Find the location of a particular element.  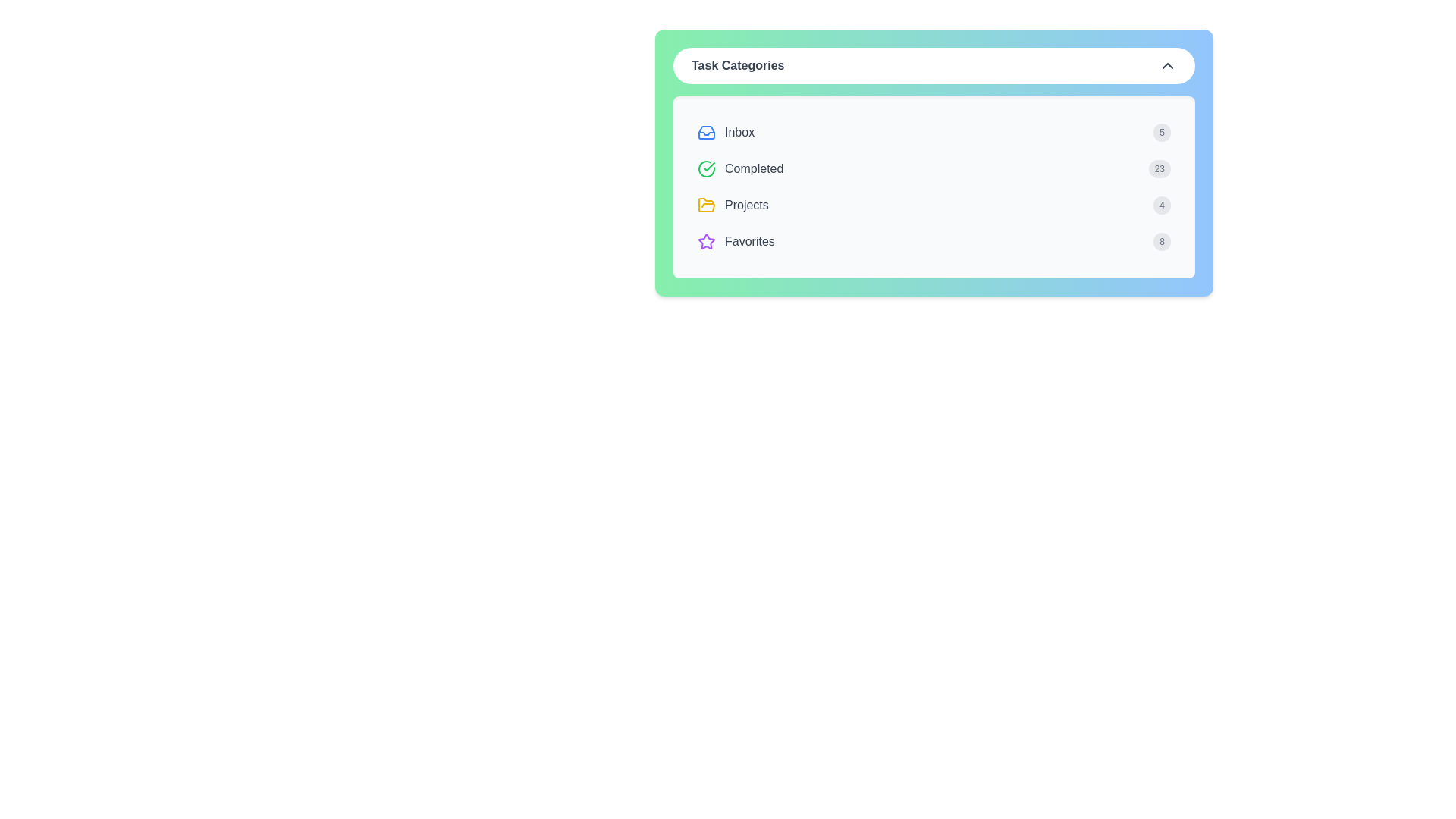

the 'Favorites' icon located in the 'Task Categories' pane, which indicates the importance of favorite items is located at coordinates (705, 240).